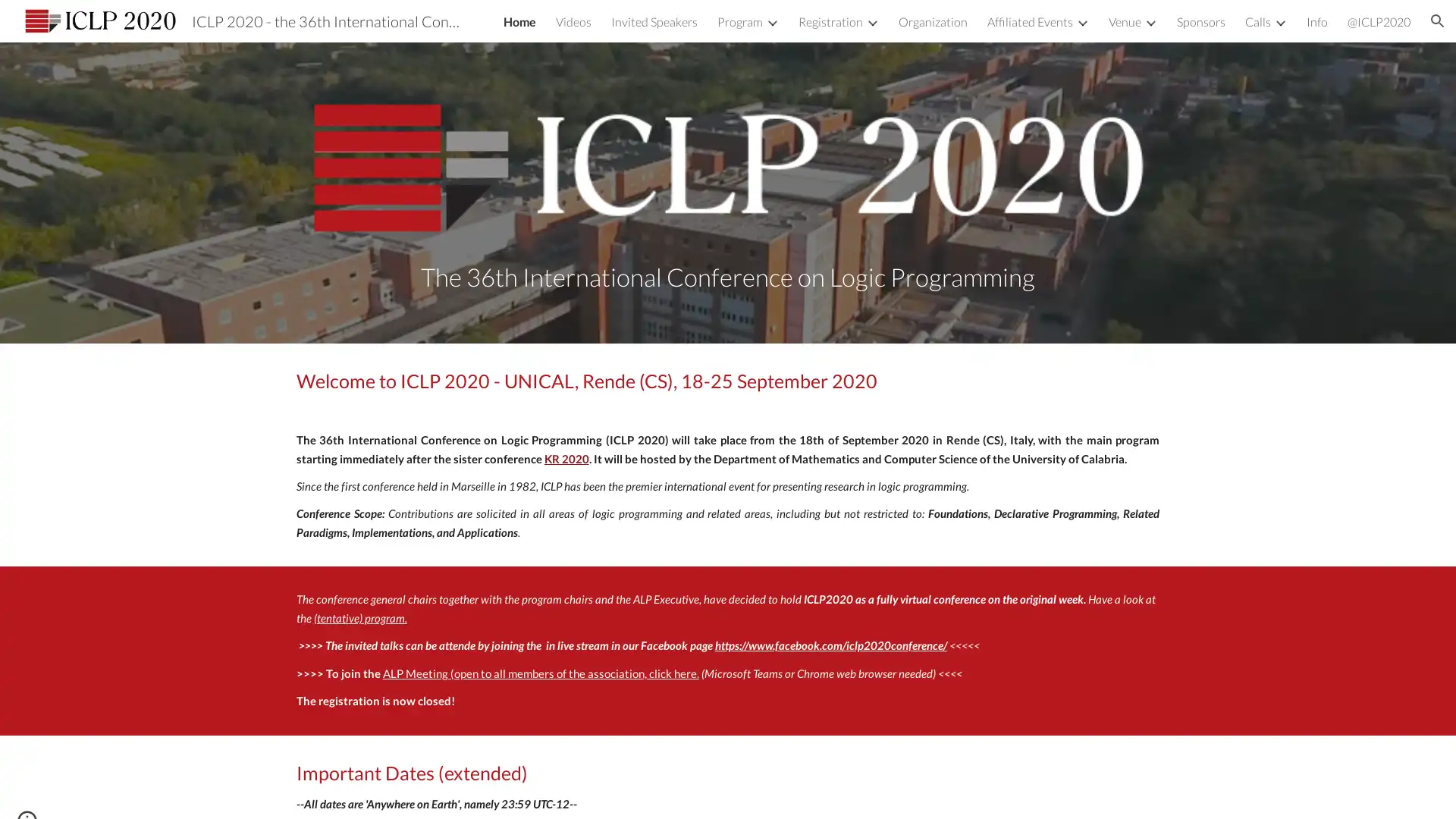 The width and height of the screenshot is (1456, 819). Describe the element at coordinates (544, 772) in the screenshot. I see `Copy heading link` at that location.